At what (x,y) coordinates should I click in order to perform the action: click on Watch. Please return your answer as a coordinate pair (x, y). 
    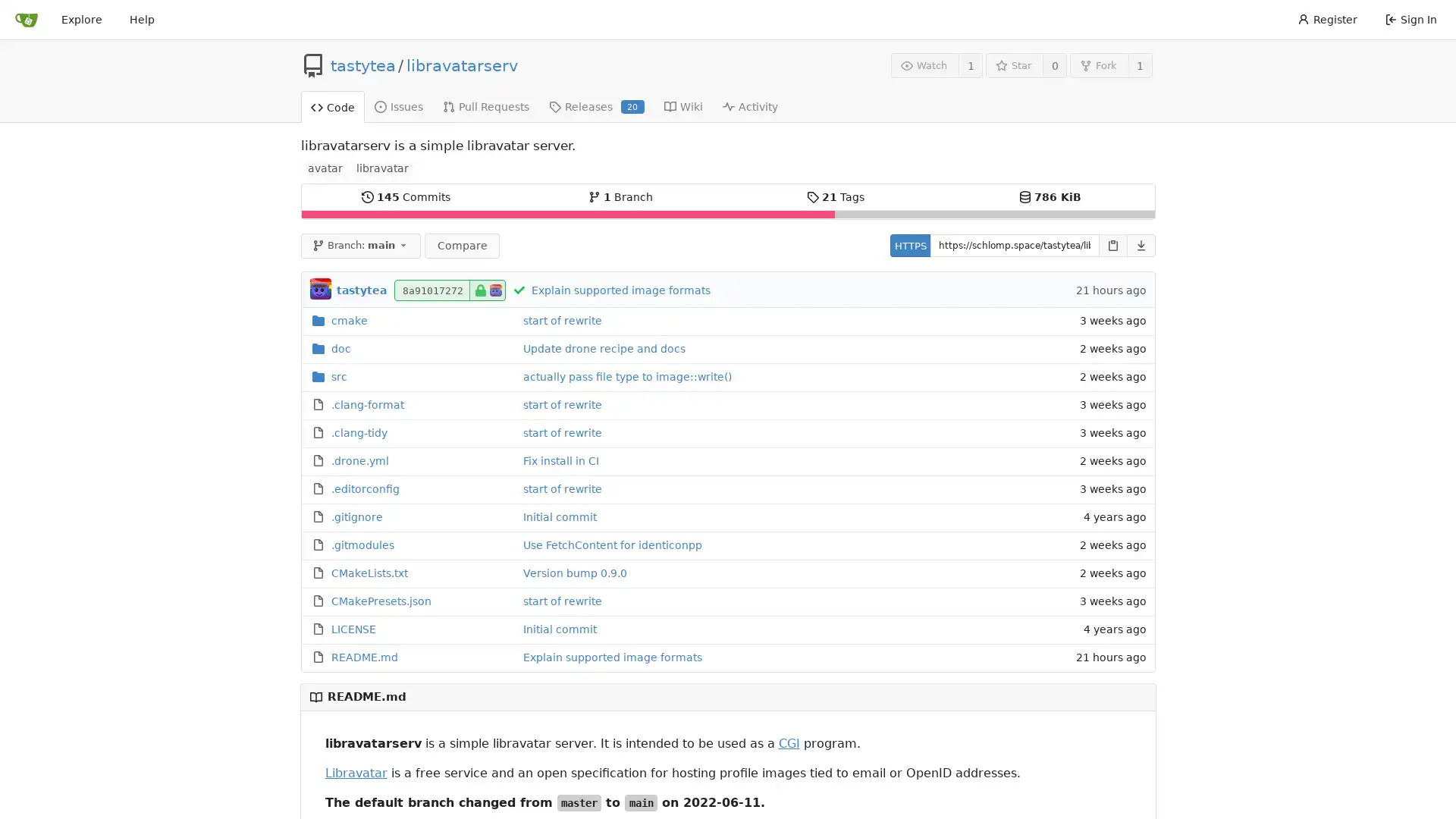
    Looking at the image, I should click on (924, 64).